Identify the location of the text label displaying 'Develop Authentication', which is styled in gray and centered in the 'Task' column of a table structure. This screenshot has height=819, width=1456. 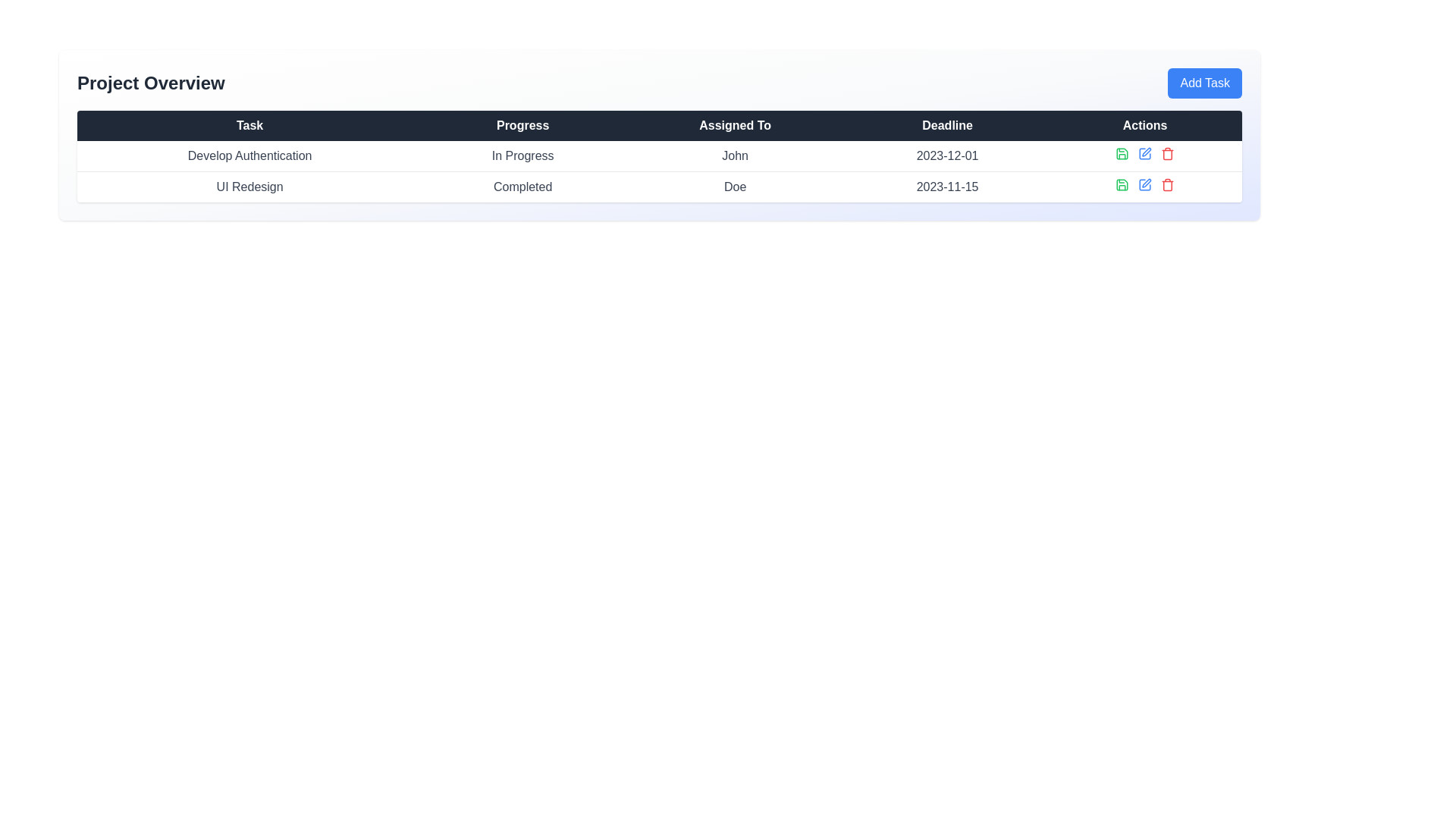
(249, 156).